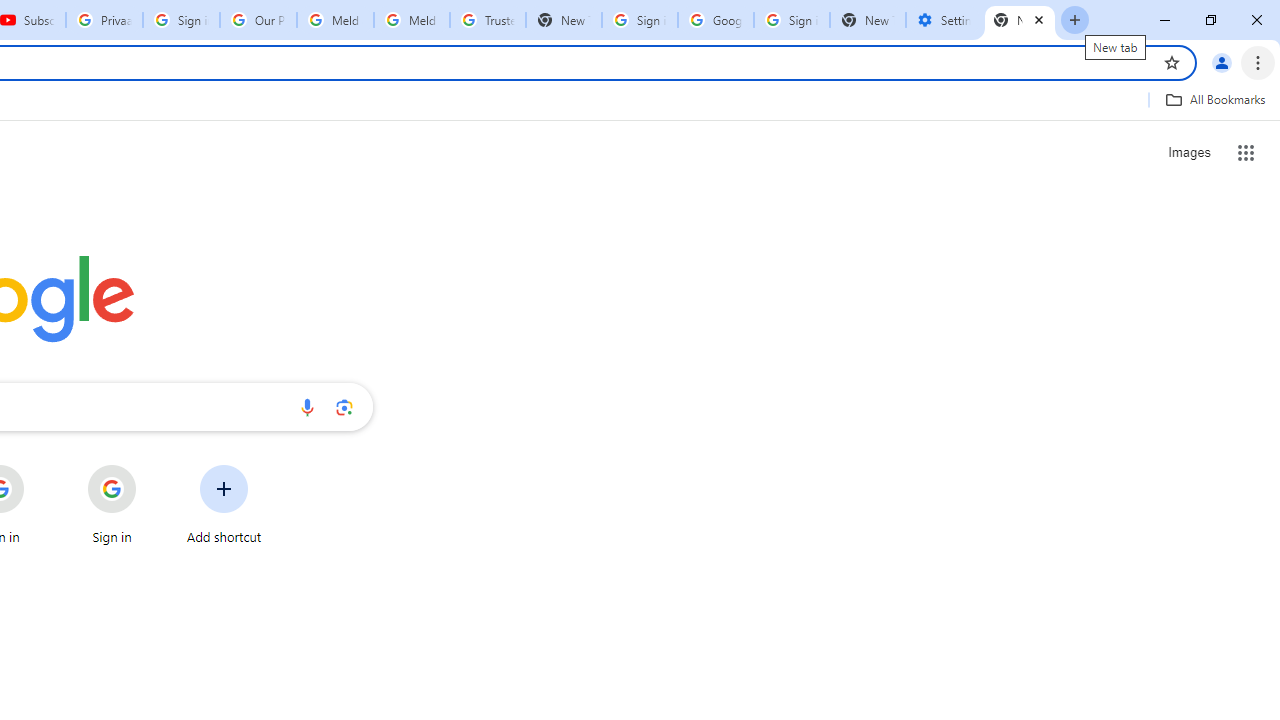 The image size is (1280, 720). What do you see at coordinates (488, 20) in the screenshot?
I see `'Trusted Information and Content - Google Safety Center'` at bounding box center [488, 20].